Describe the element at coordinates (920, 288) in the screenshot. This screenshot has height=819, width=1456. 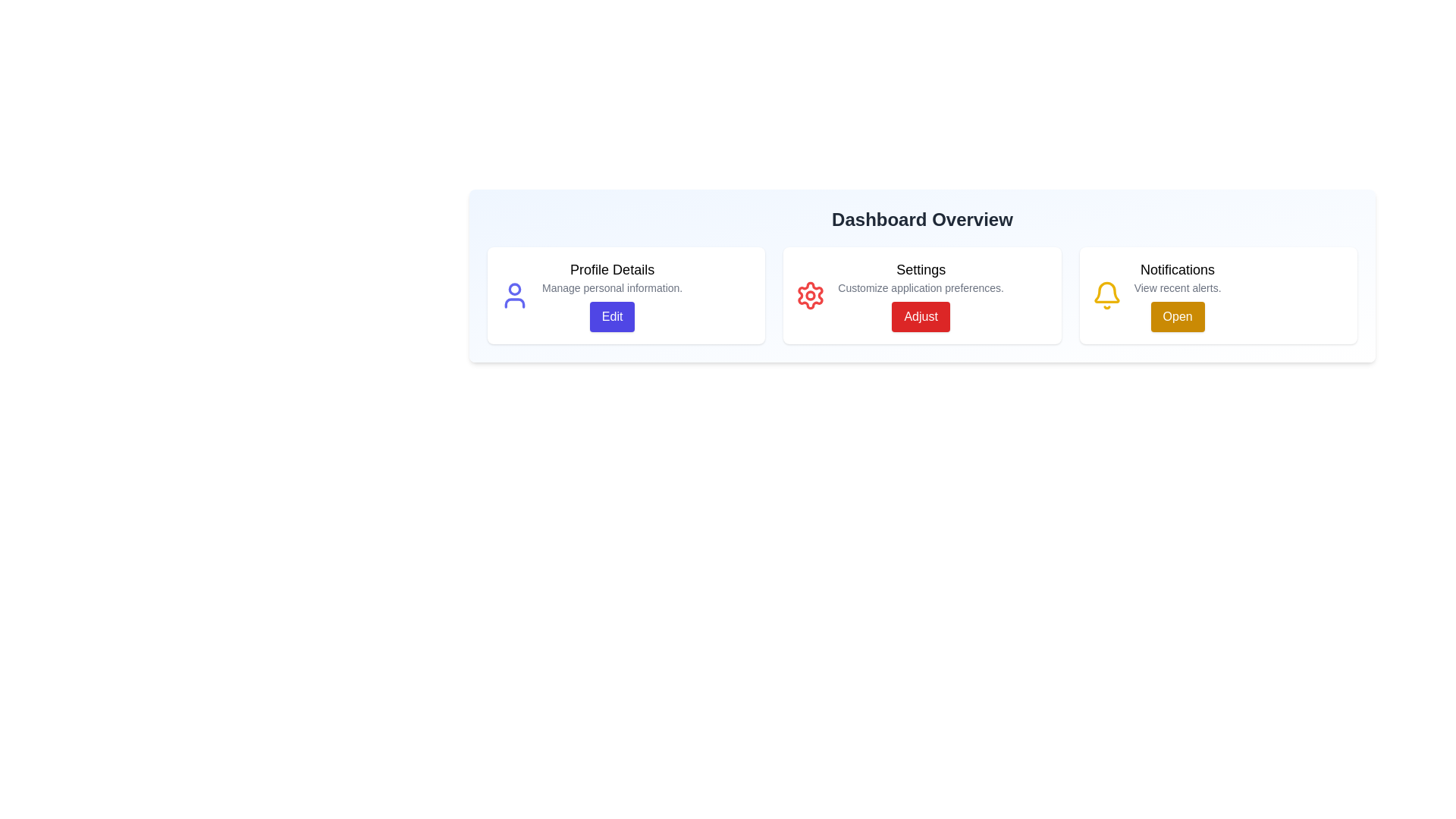
I see `the text element that reads 'Customize application preferences.' which is styled with smaller, subdued gray text and is positioned below the title 'Settings' and above the red button labeled 'Adjust'` at that location.